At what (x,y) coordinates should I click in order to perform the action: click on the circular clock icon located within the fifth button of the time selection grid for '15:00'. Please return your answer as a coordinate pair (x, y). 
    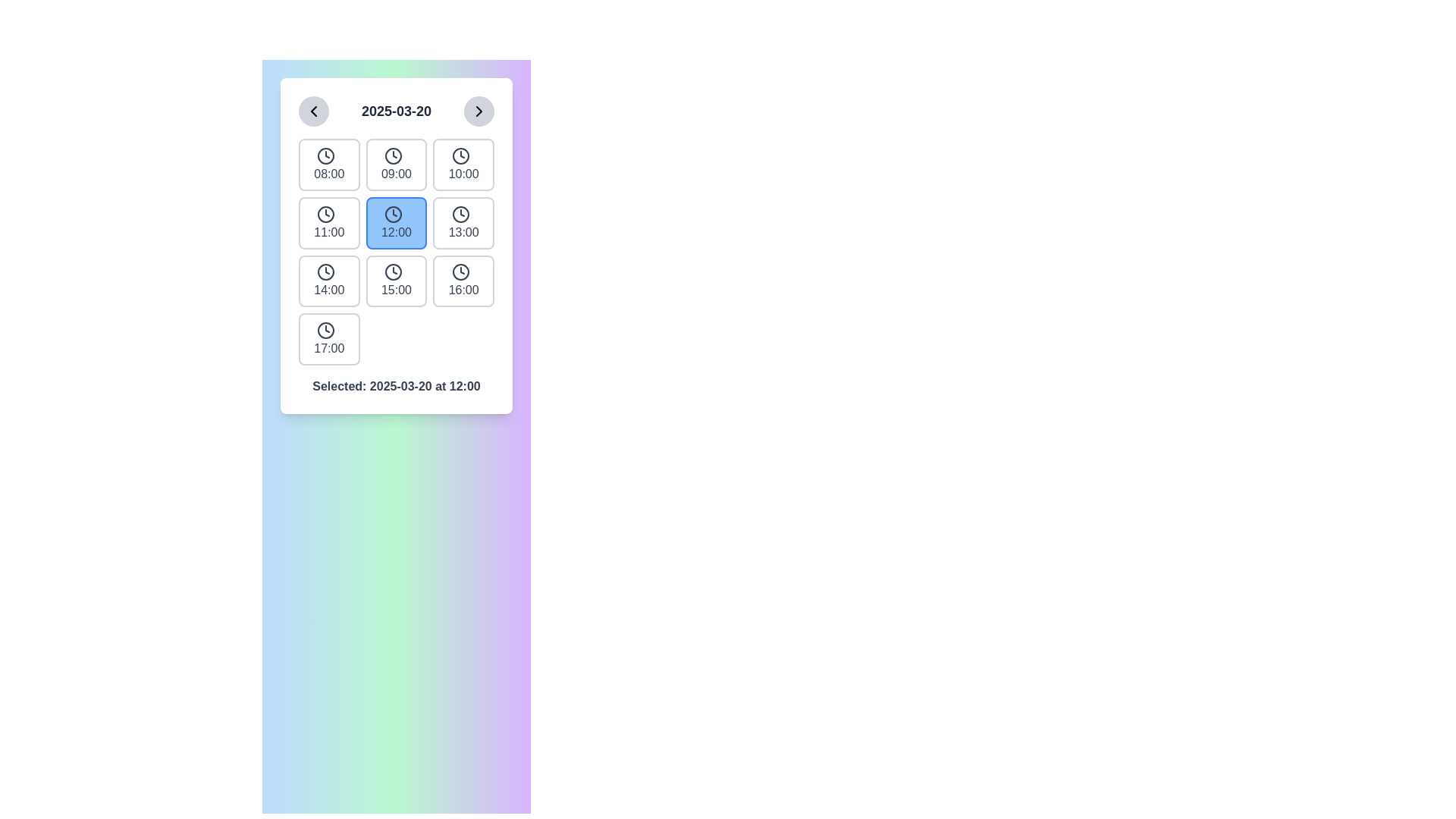
    Looking at the image, I should click on (393, 271).